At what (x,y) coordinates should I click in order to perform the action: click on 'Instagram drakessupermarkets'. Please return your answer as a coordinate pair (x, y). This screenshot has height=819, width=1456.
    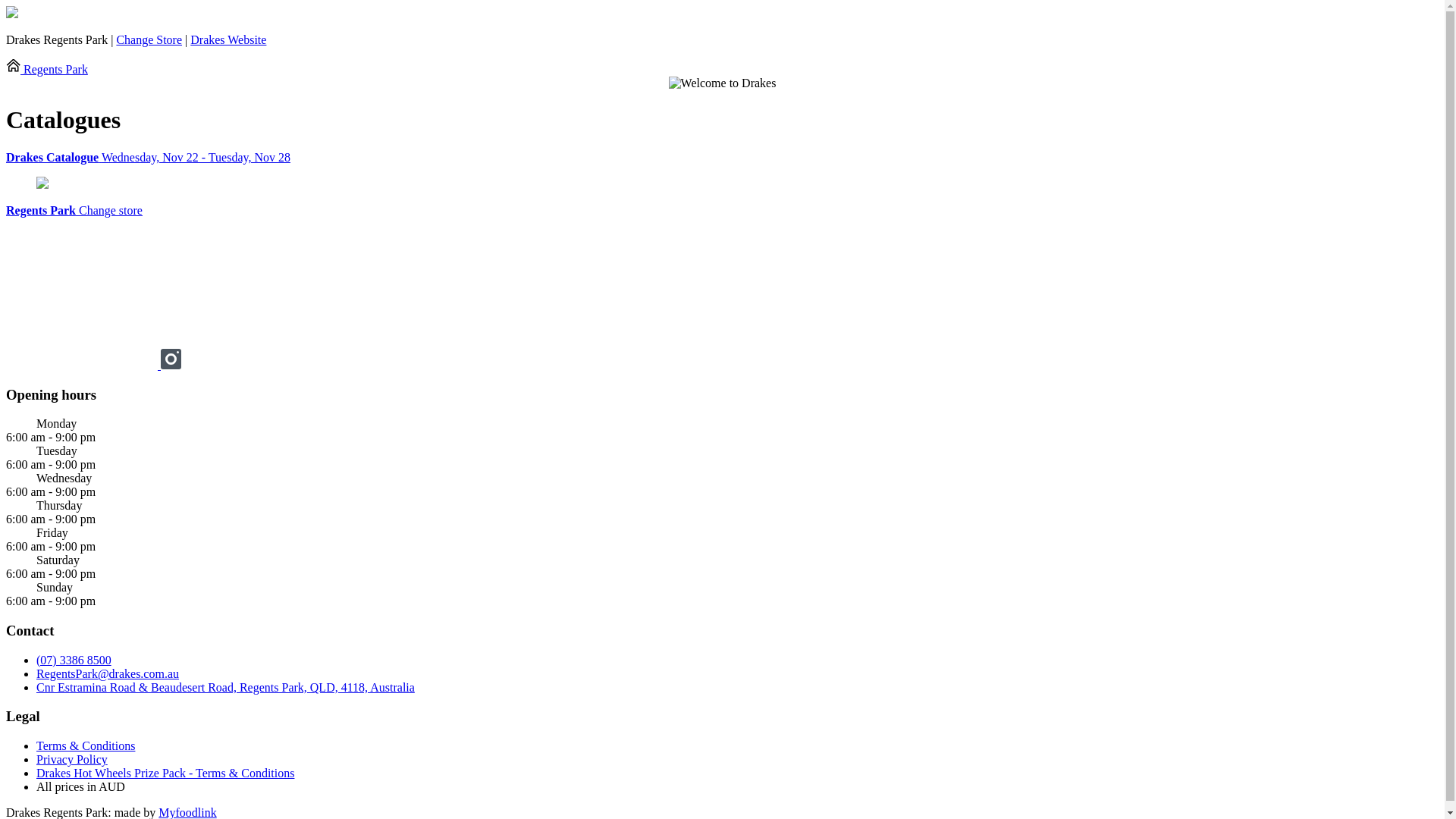
    Looking at the image, I should click on (160, 365).